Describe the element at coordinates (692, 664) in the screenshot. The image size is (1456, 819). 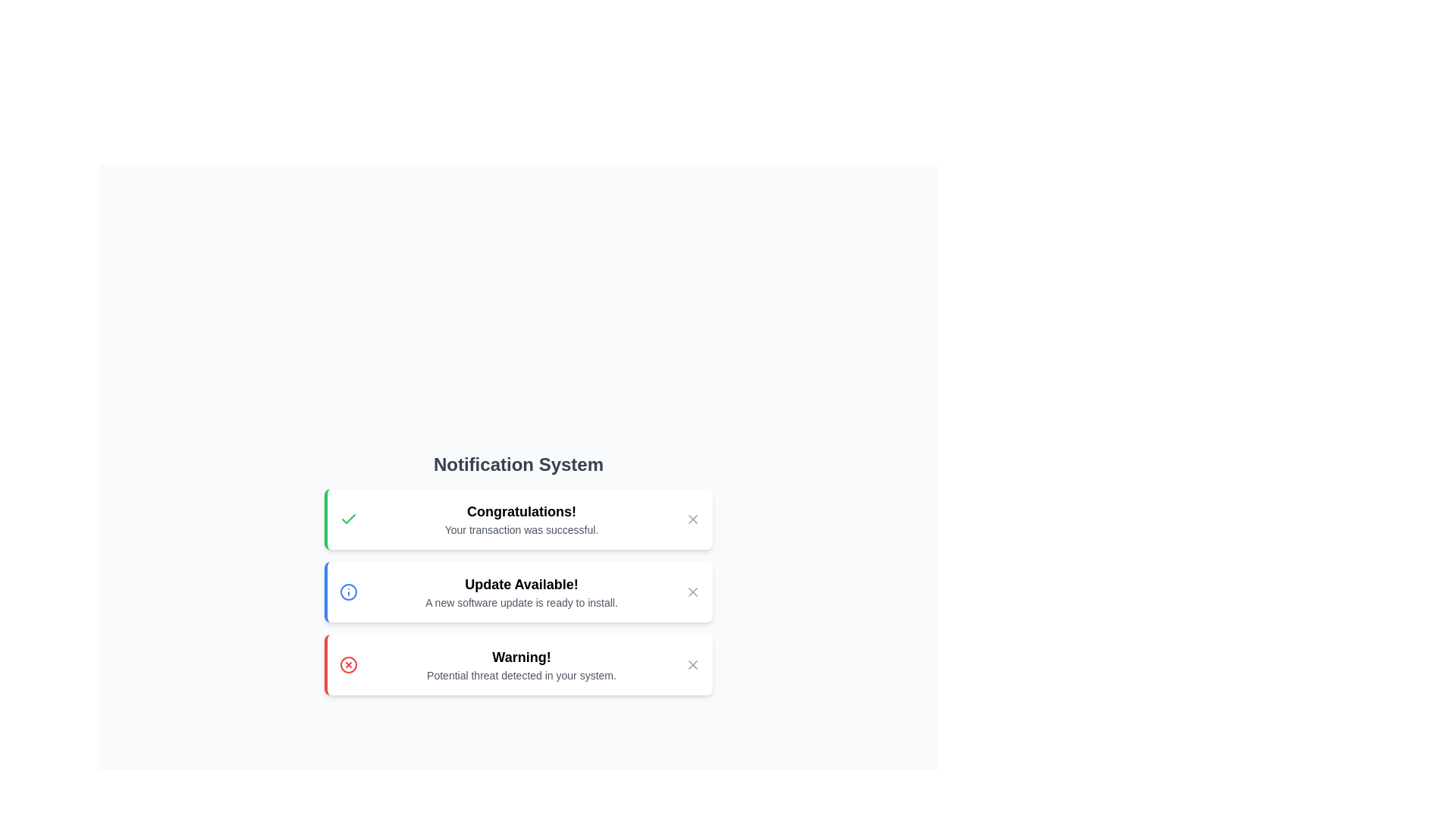
I see `the close button located on the right side of the notification box` at that location.